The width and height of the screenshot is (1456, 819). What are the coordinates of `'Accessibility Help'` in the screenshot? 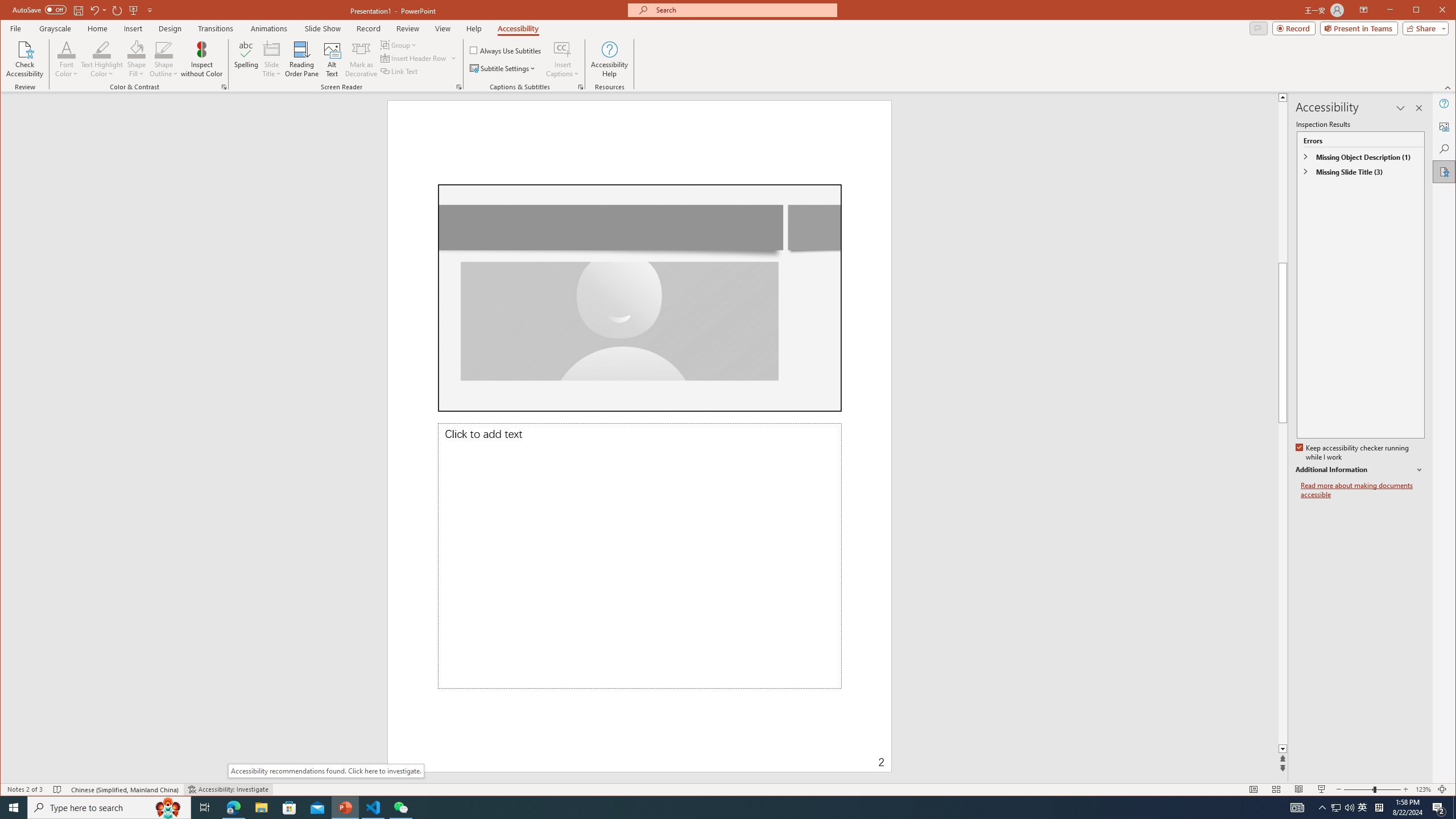 It's located at (609, 59).